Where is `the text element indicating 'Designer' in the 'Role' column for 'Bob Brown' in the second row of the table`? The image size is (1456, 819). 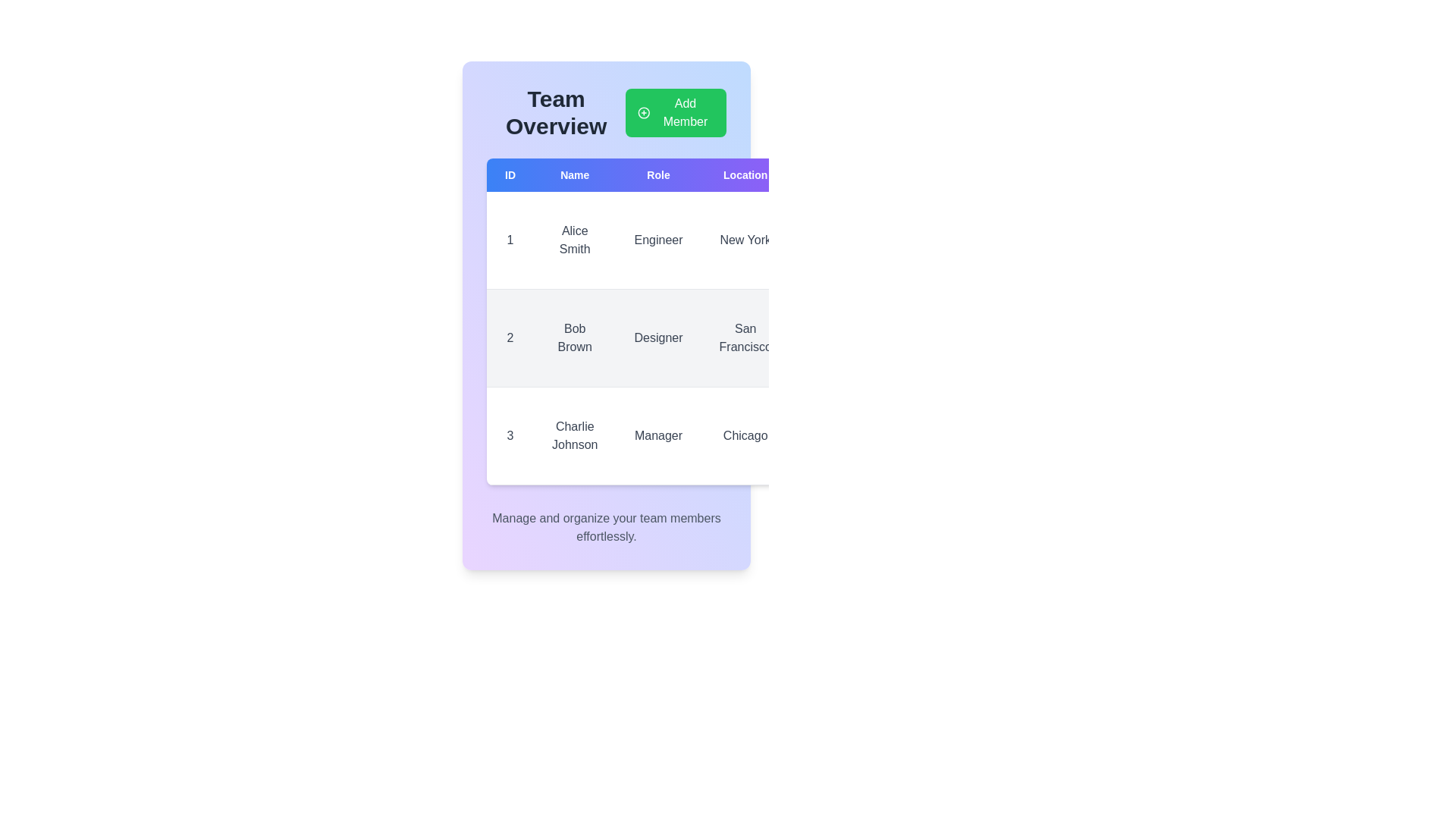
the text element indicating 'Designer' in the 'Role' column for 'Bob Brown' in the second row of the table is located at coordinates (658, 337).